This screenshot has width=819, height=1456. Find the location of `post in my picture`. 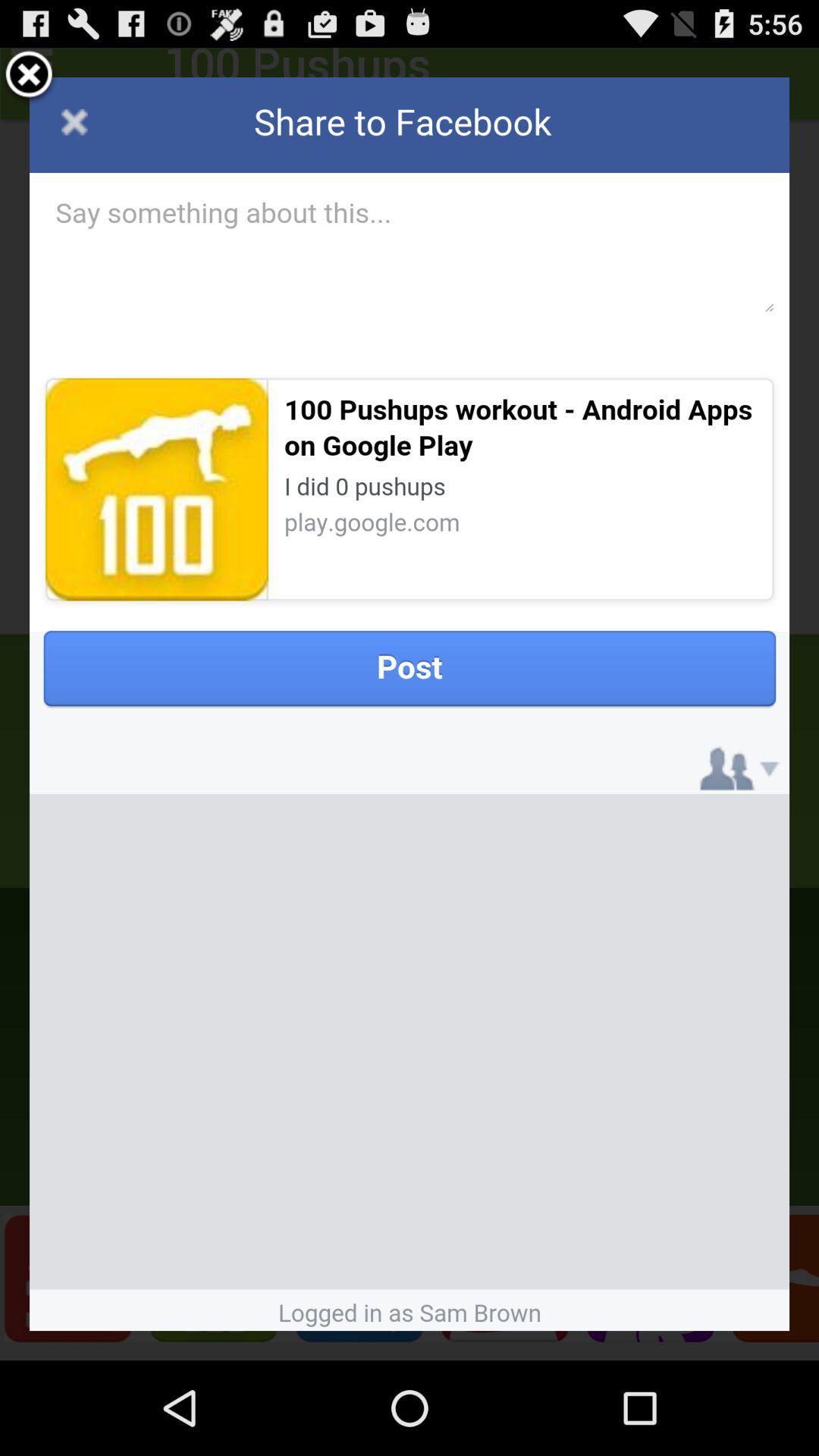

post in my picture is located at coordinates (409, 703).